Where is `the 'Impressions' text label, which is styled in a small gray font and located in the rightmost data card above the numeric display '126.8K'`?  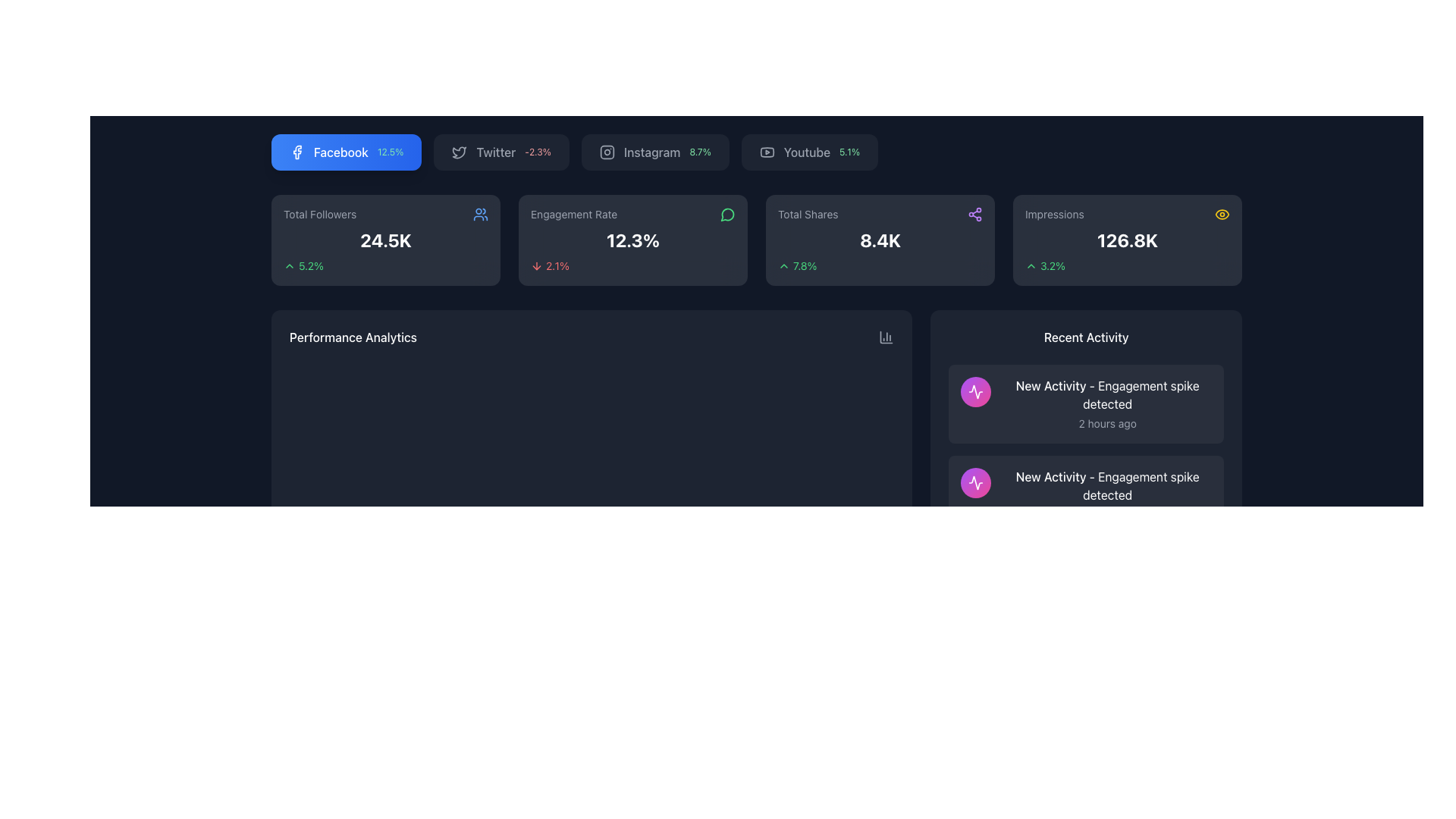 the 'Impressions' text label, which is styled in a small gray font and located in the rightmost data card above the numeric display '126.8K' is located at coordinates (1053, 214).